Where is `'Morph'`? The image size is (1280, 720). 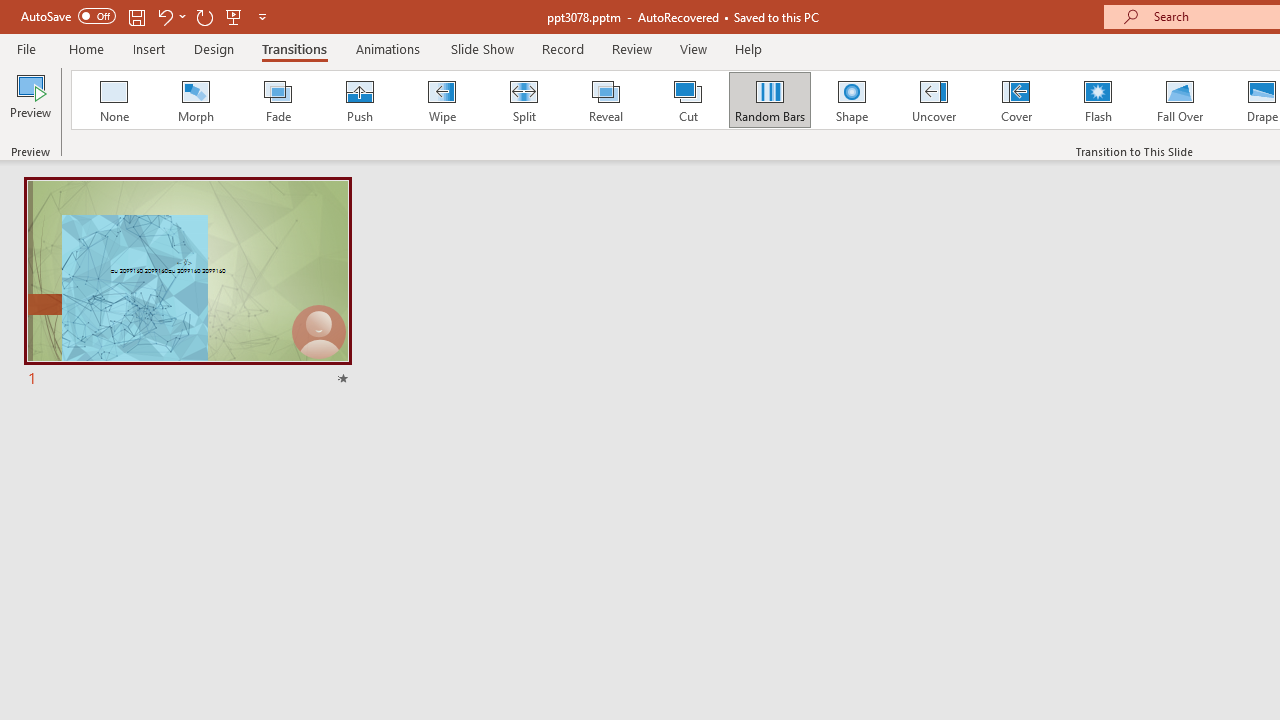 'Morph' is located at coordinates (195, 100).